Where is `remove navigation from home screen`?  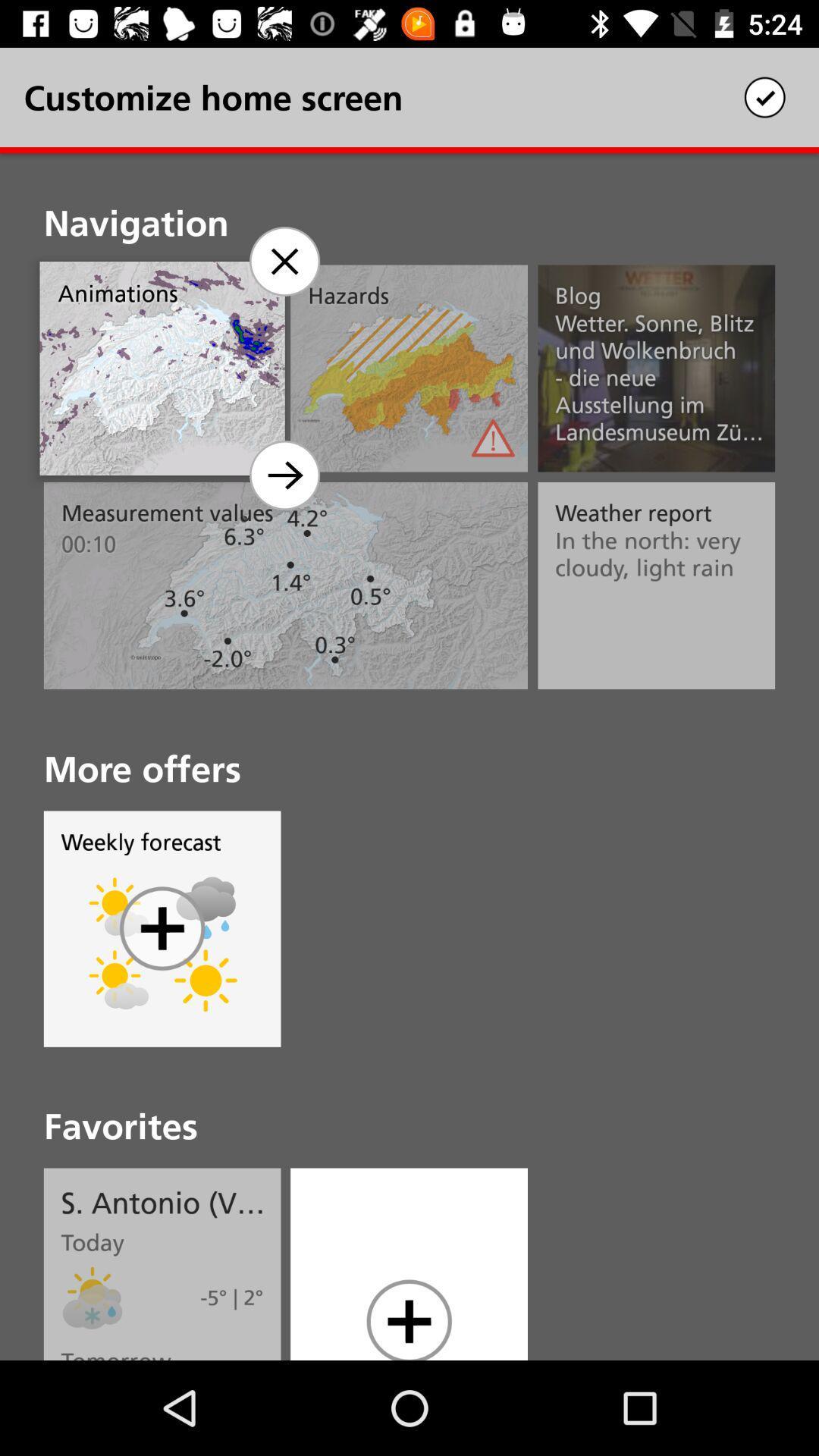 remove navigation from home screen is located at coordinates (284, 262).